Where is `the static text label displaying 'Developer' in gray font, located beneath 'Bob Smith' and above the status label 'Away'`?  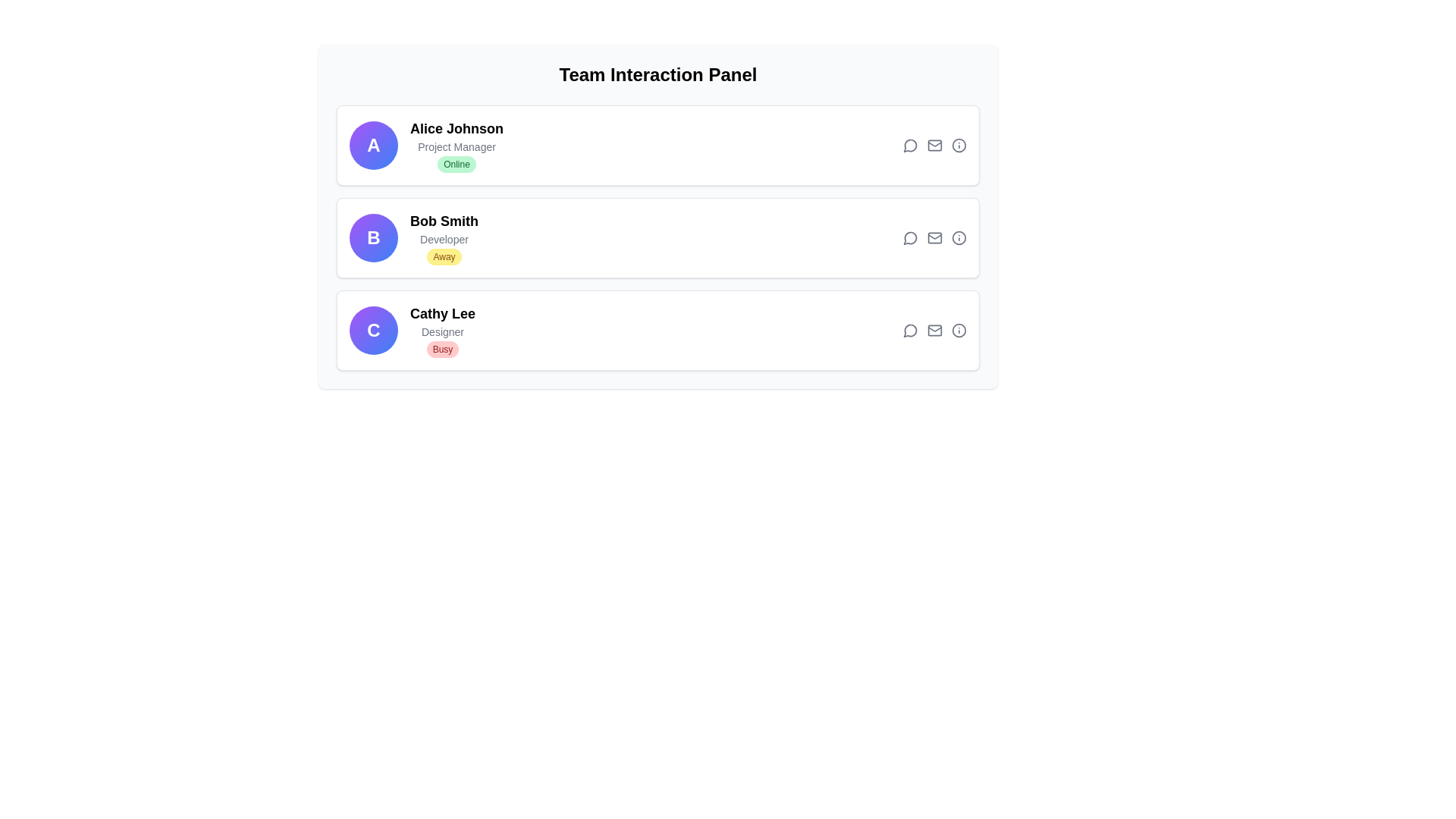
the static text label displaying 'Developer' in gray font, located beneath 'Bob Smith' and above the status label 'Away' is located at coordinates (443, 239).